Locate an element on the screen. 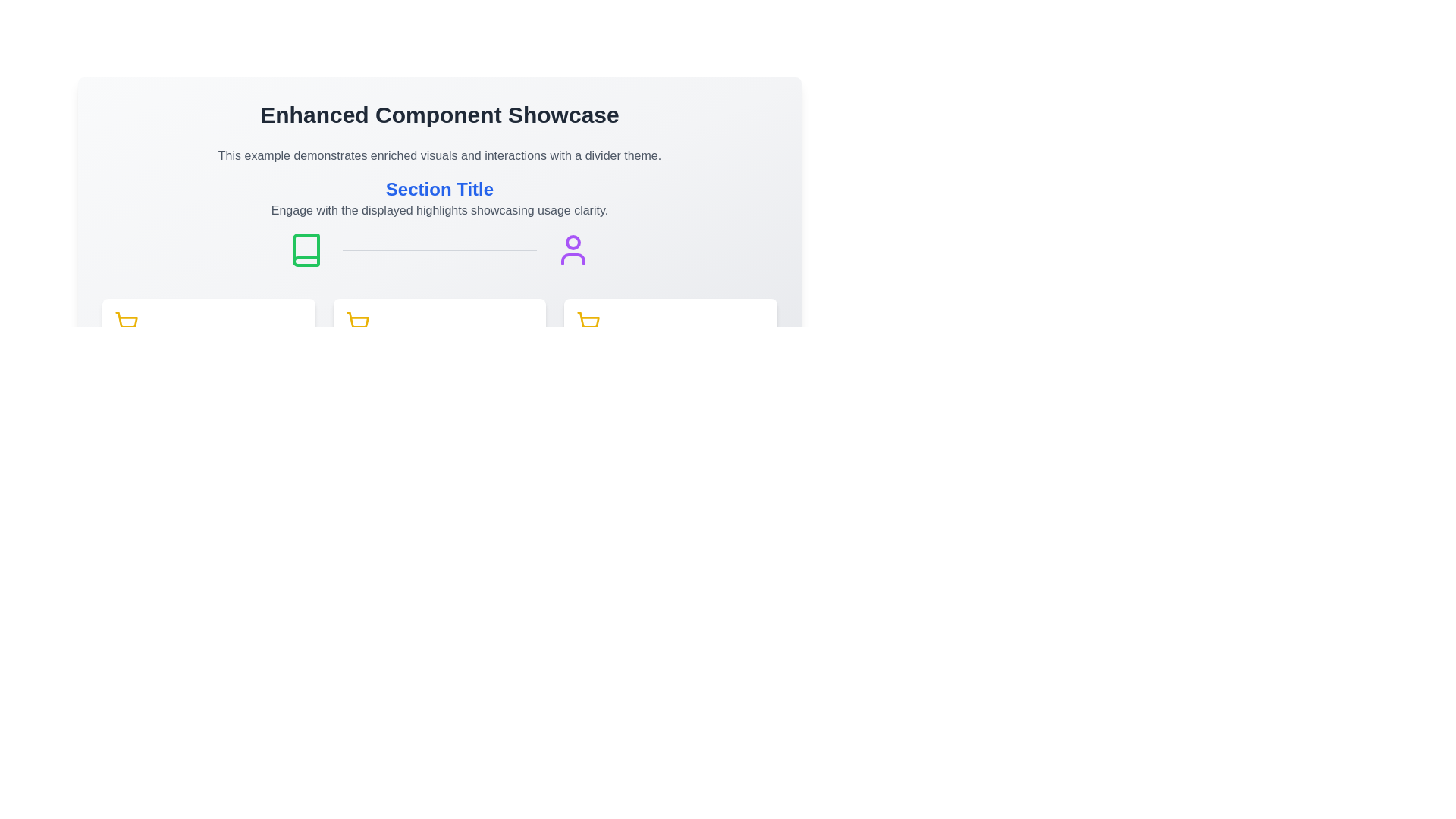  the second item card in the list labeled 'Item Two' is located at coordinates (439, 347).